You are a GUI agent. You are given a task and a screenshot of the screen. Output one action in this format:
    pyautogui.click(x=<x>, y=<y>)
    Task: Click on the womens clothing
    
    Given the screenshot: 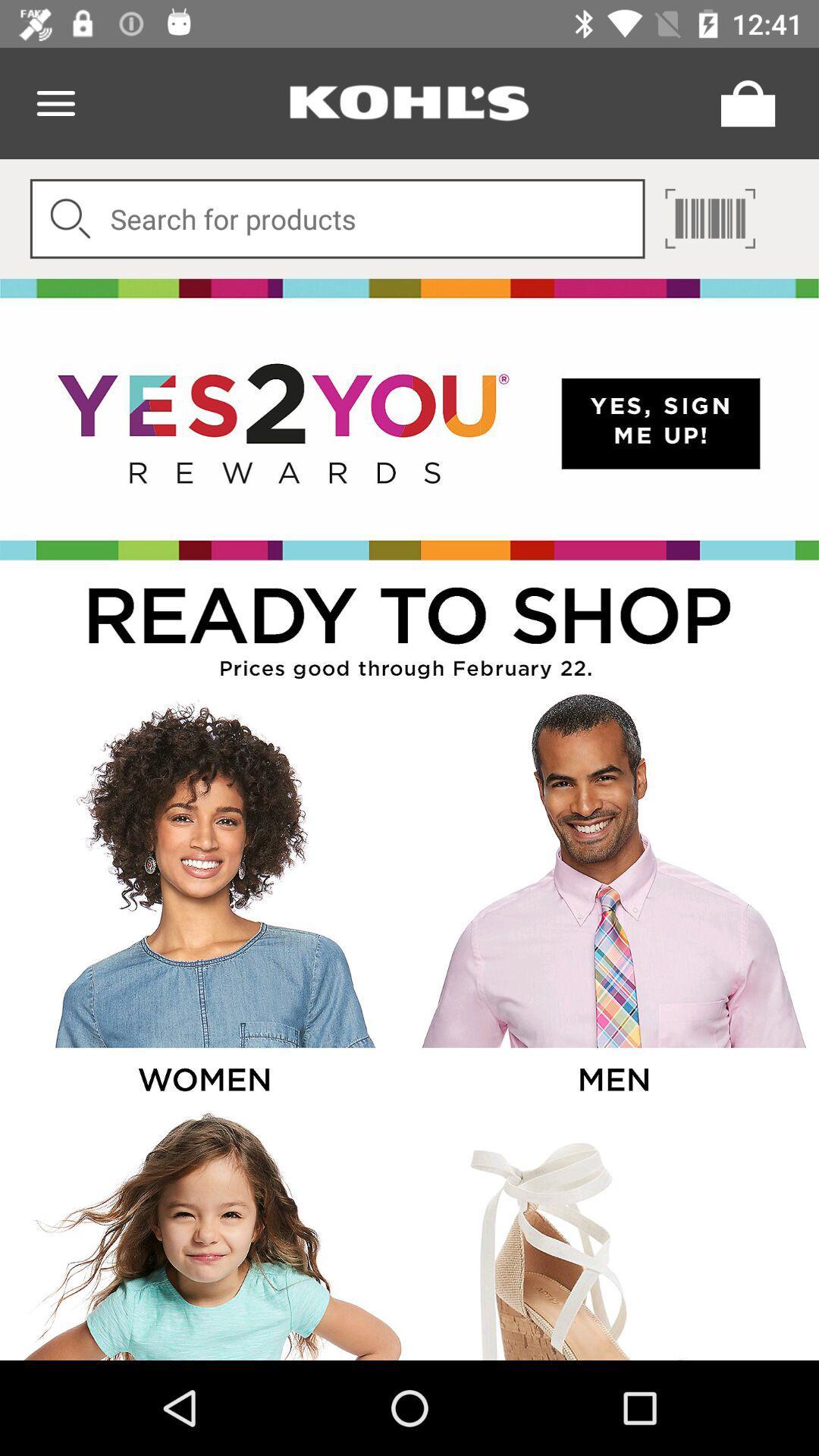 What is the action you would take?
    pyautogui.click(x=202, y=899)
    